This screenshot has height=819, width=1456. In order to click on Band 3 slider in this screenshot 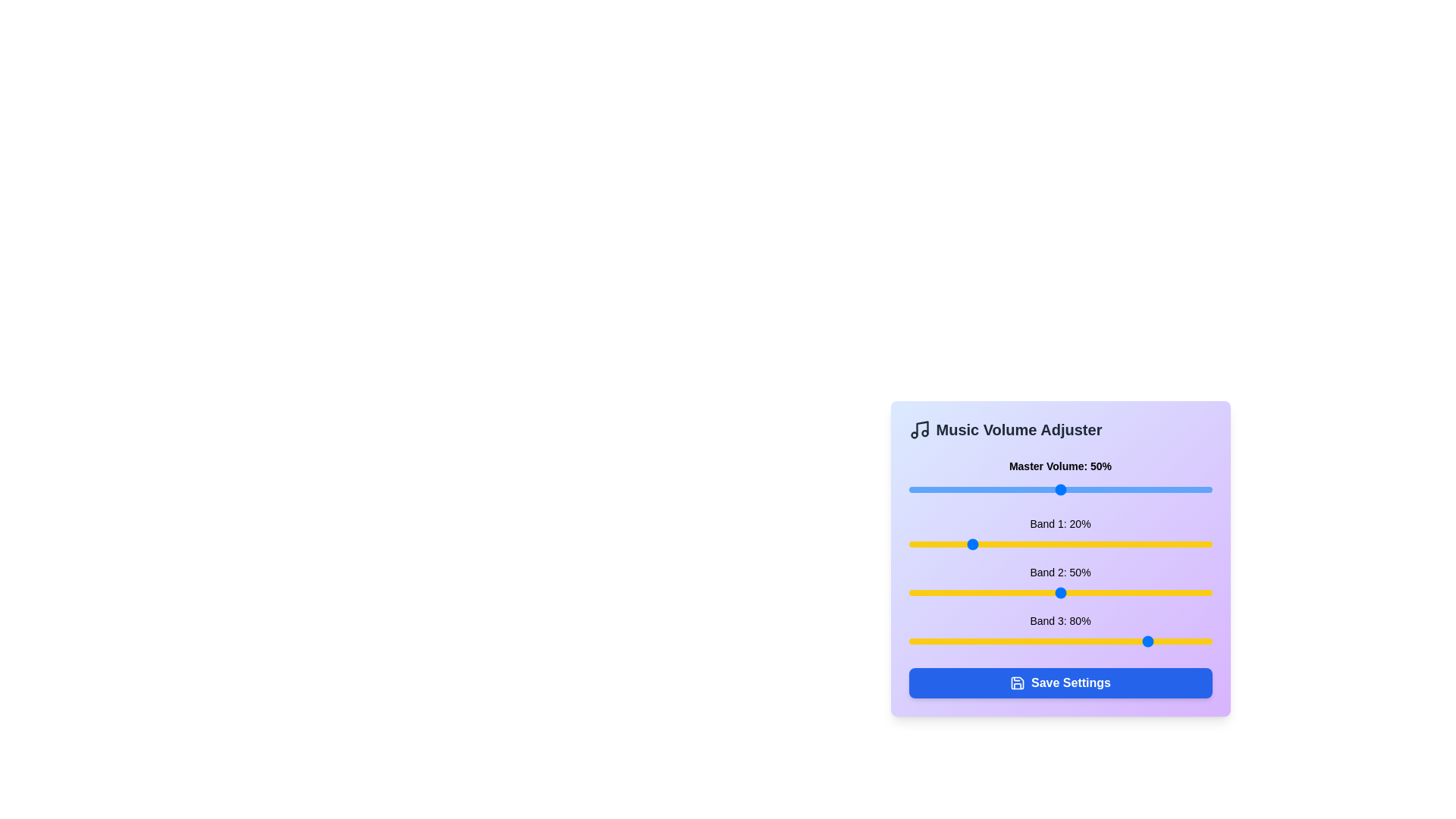, I will do `click(1062, 641)`.